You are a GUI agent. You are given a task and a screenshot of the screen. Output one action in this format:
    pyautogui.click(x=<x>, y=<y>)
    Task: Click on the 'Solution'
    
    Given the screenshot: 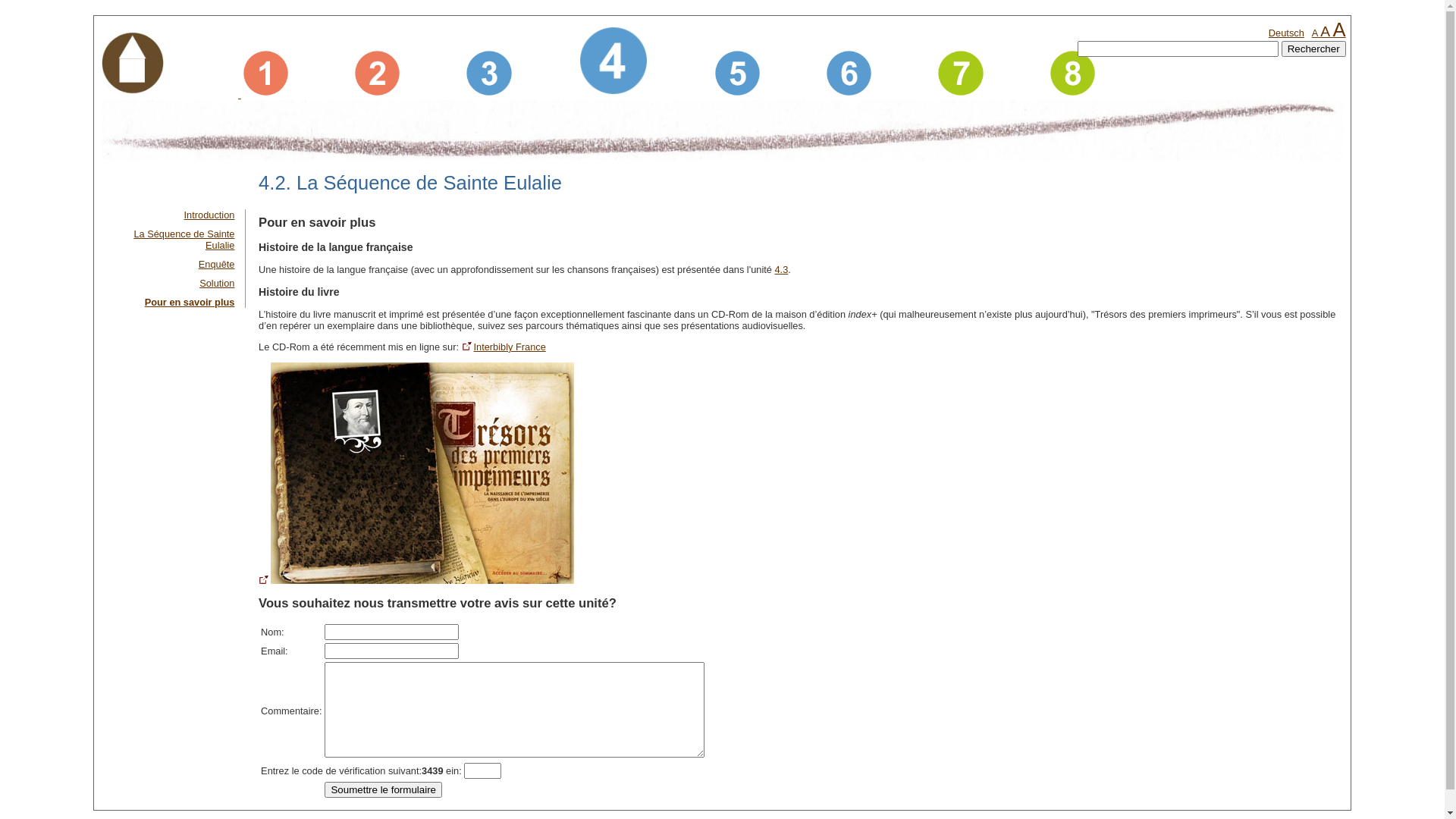 What is the action you would take?
    pyautogui.click(x=216, y=283)
    